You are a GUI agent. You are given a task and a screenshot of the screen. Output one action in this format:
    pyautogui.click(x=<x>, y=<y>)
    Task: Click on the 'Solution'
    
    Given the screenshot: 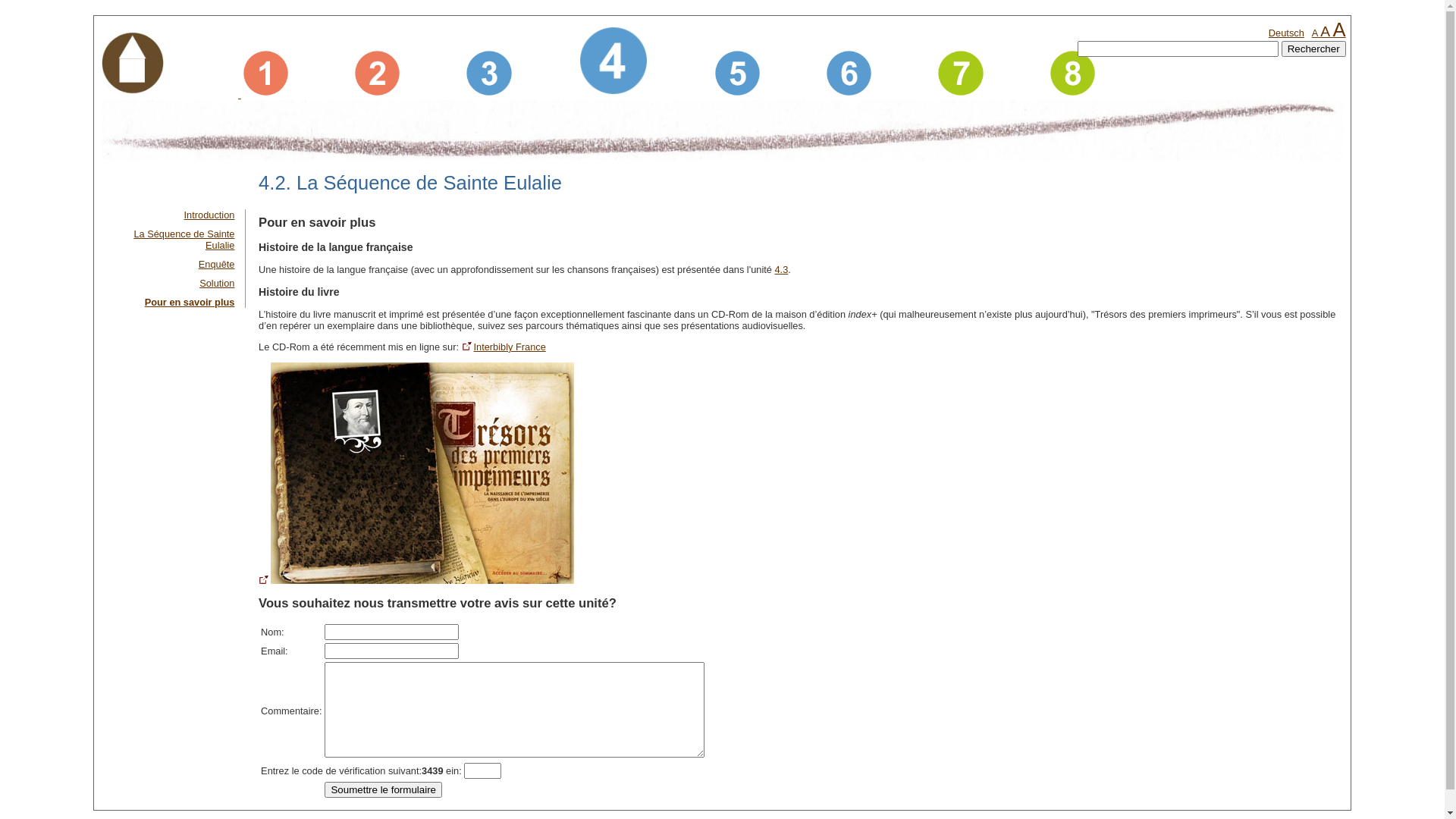 What is the action you would take?
    pyautogui.click(x=216, y=283)
    